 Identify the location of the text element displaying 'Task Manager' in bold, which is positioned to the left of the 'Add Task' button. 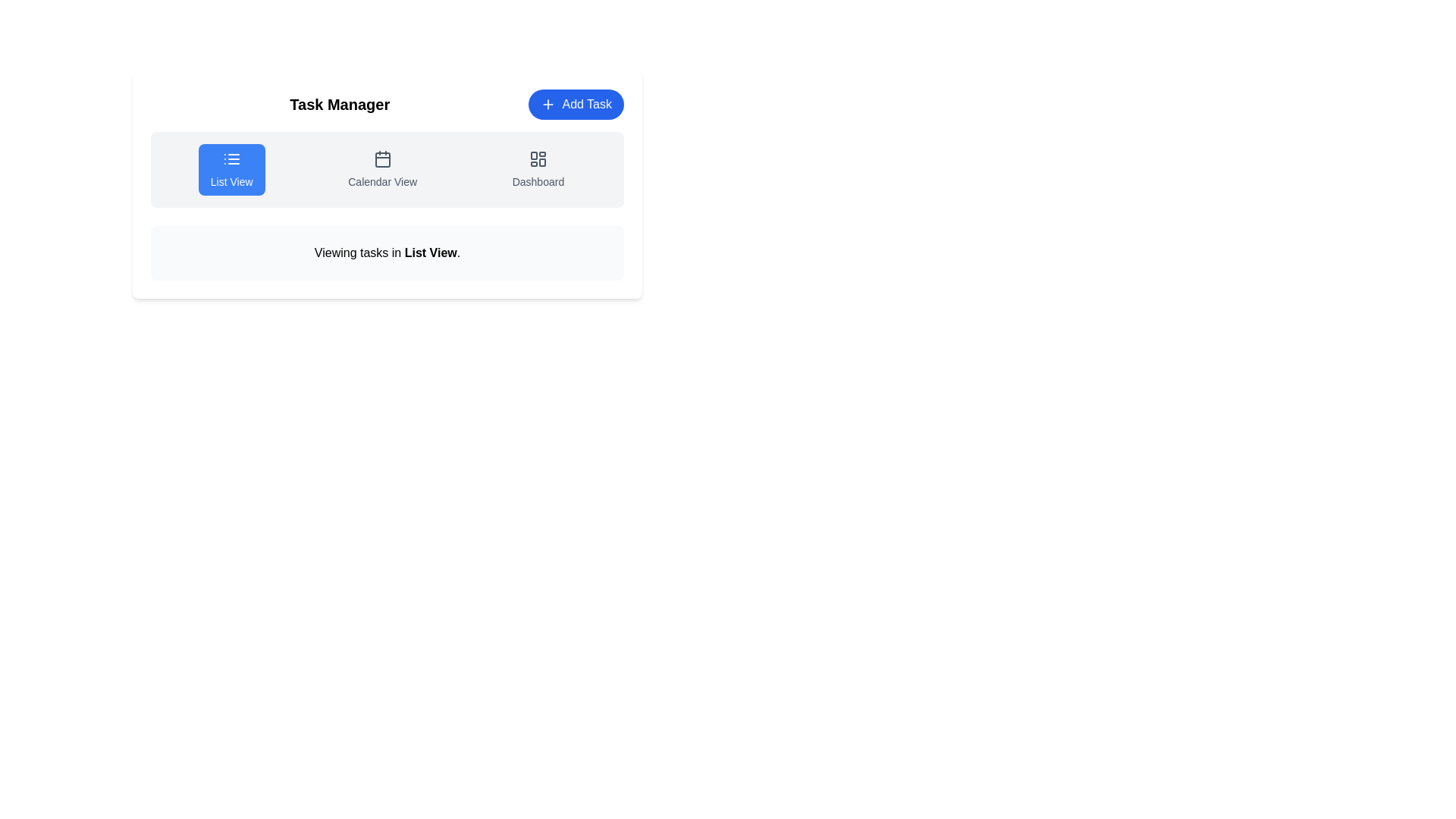
(339, 104).